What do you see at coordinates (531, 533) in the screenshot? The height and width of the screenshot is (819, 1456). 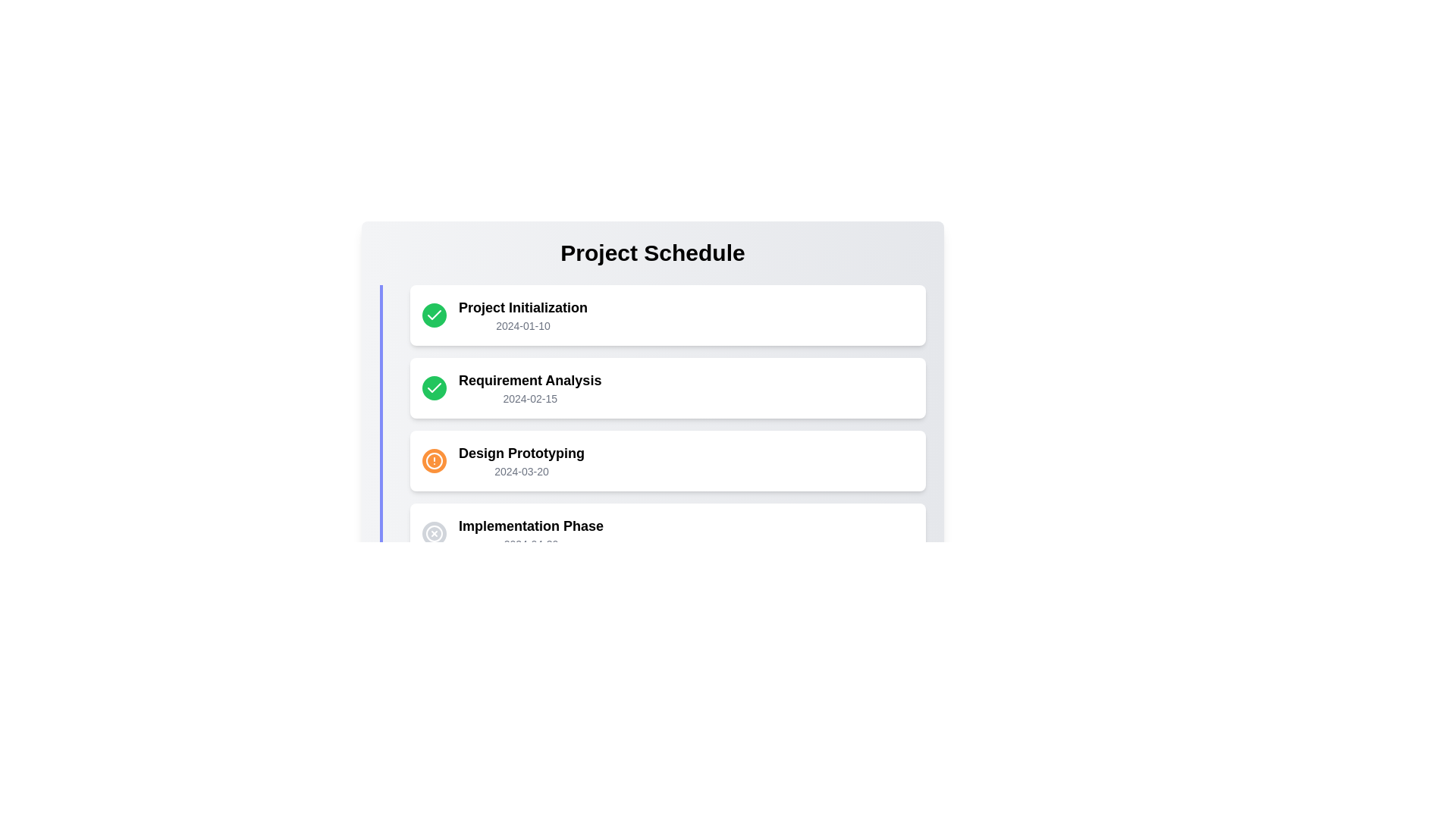 I see `text displayed in the fourth row of the 'Project Schedule' list, which shows 'Implementation Phase' in bold and '2024-04-30' in smaller gray text` at bounding box center [531, 533].